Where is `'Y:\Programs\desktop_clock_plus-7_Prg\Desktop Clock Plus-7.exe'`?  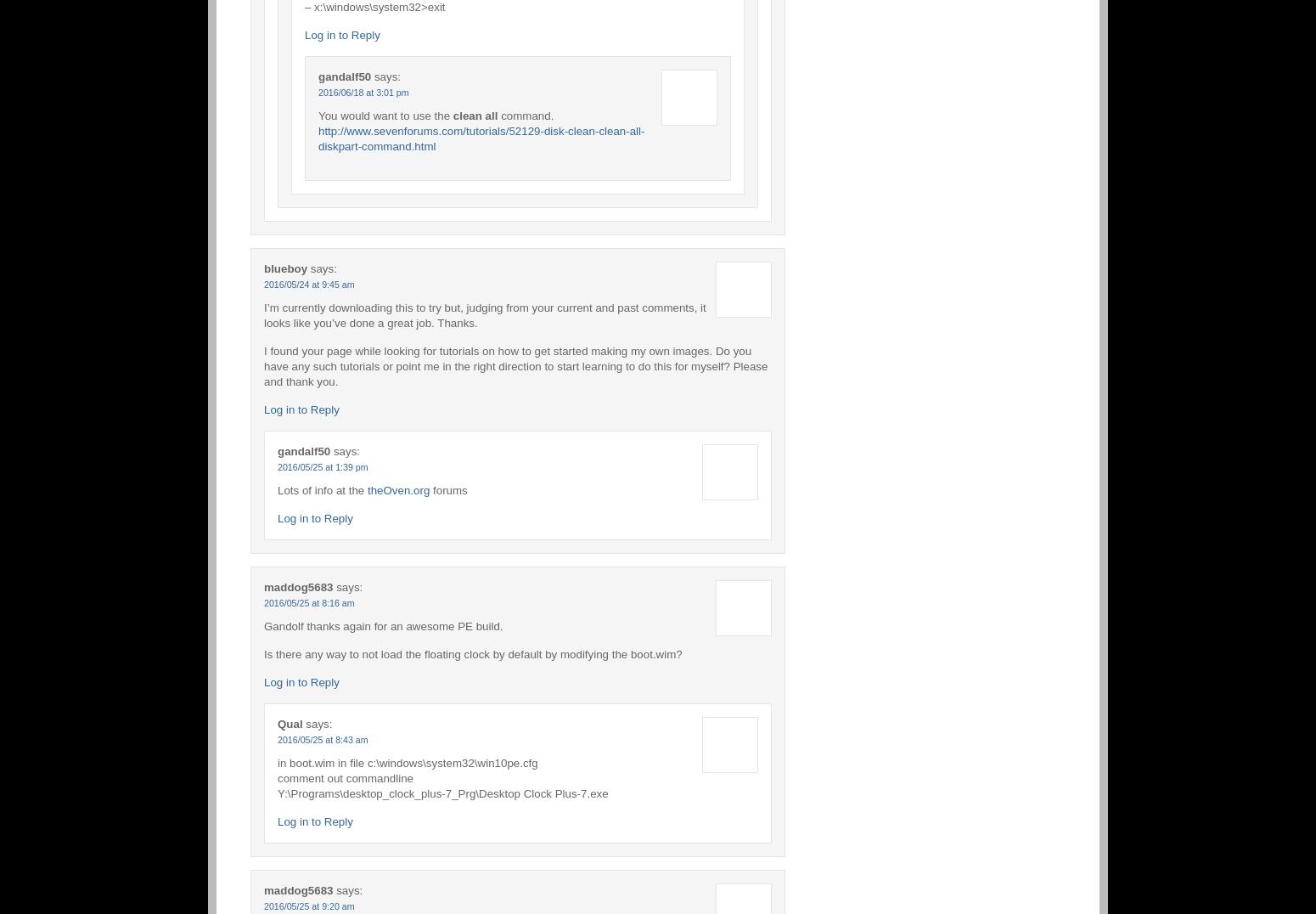 'Y:\Programs\desktop_clock_plus-7_Prg\Desktop Clock Plus-7.exe' is located at coordinates (441, 792).